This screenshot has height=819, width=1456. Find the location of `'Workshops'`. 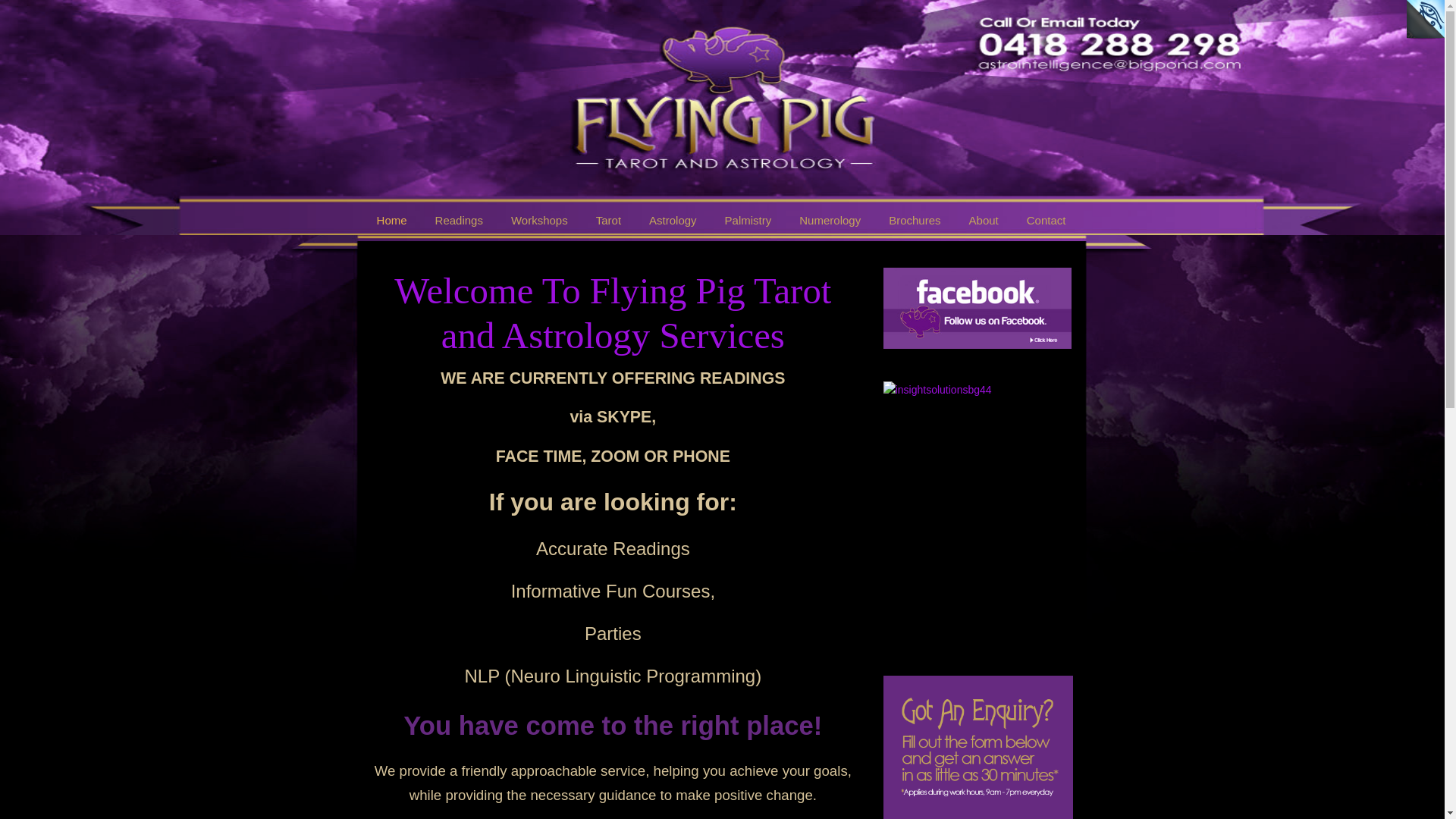

'Workshops' is located at coordinates (539, 220).